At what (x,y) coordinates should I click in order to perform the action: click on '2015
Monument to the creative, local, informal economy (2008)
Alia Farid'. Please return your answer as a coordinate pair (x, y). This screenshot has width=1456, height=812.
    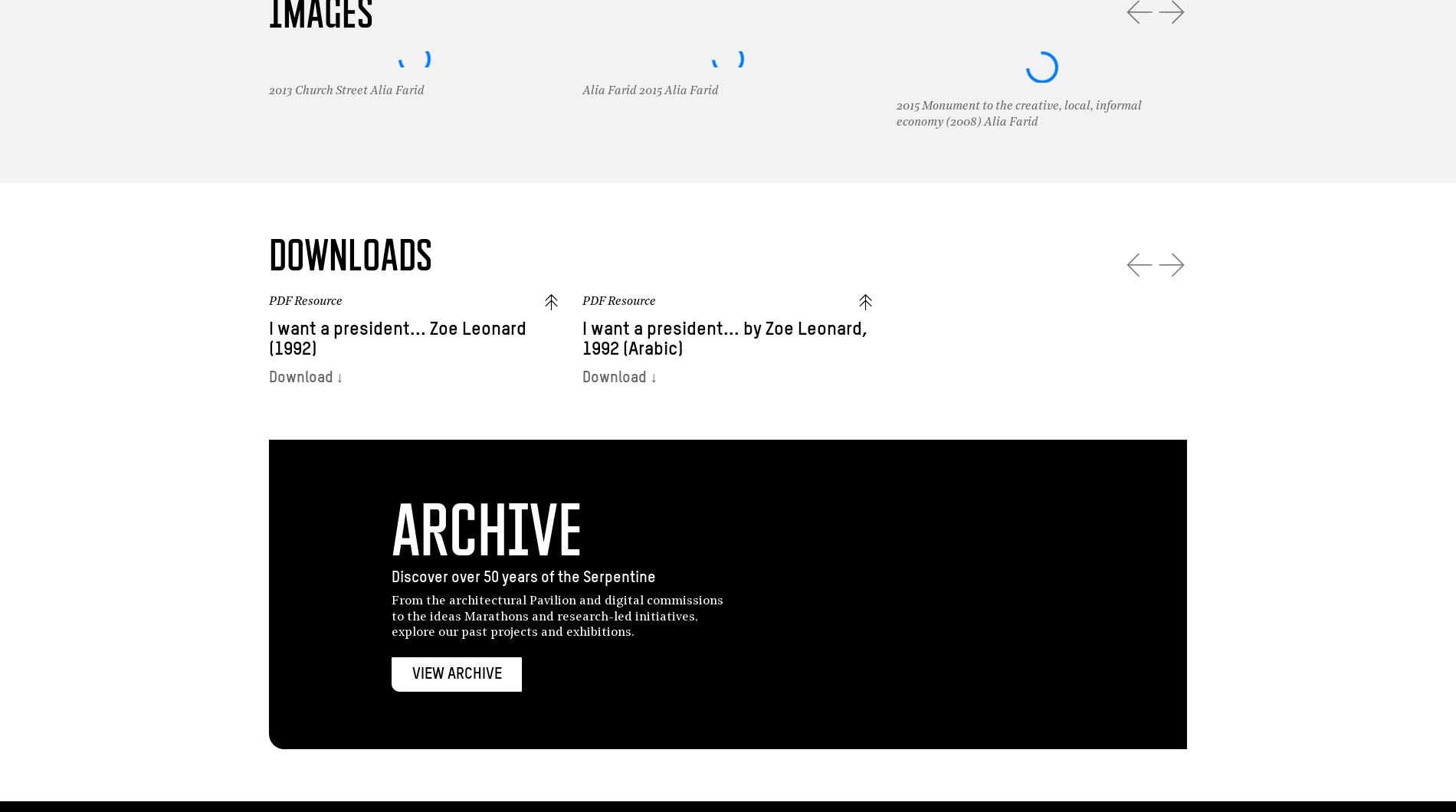
    Looking at the image, I should click on (1018, 113).